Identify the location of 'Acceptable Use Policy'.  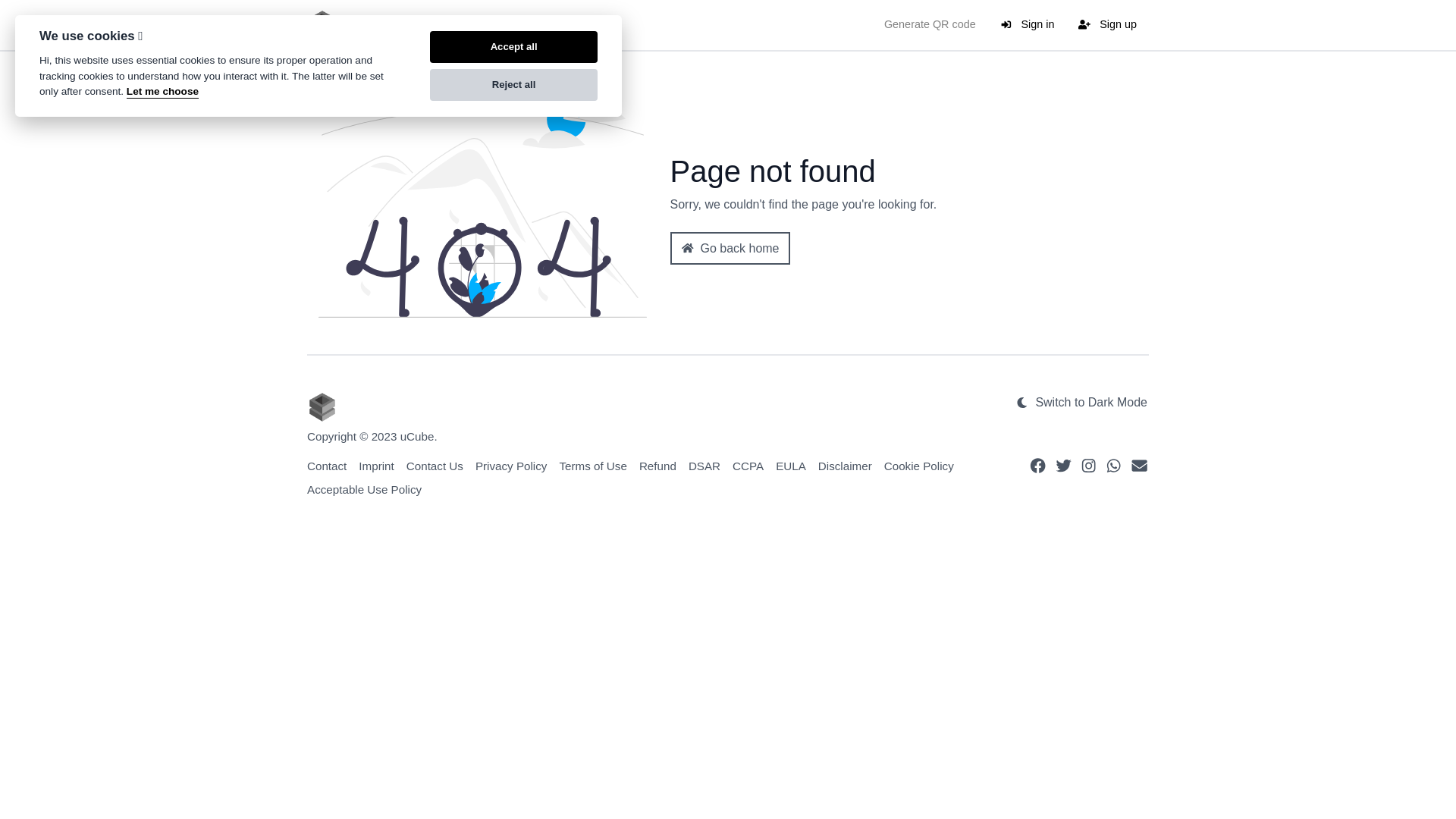
(364, 489).